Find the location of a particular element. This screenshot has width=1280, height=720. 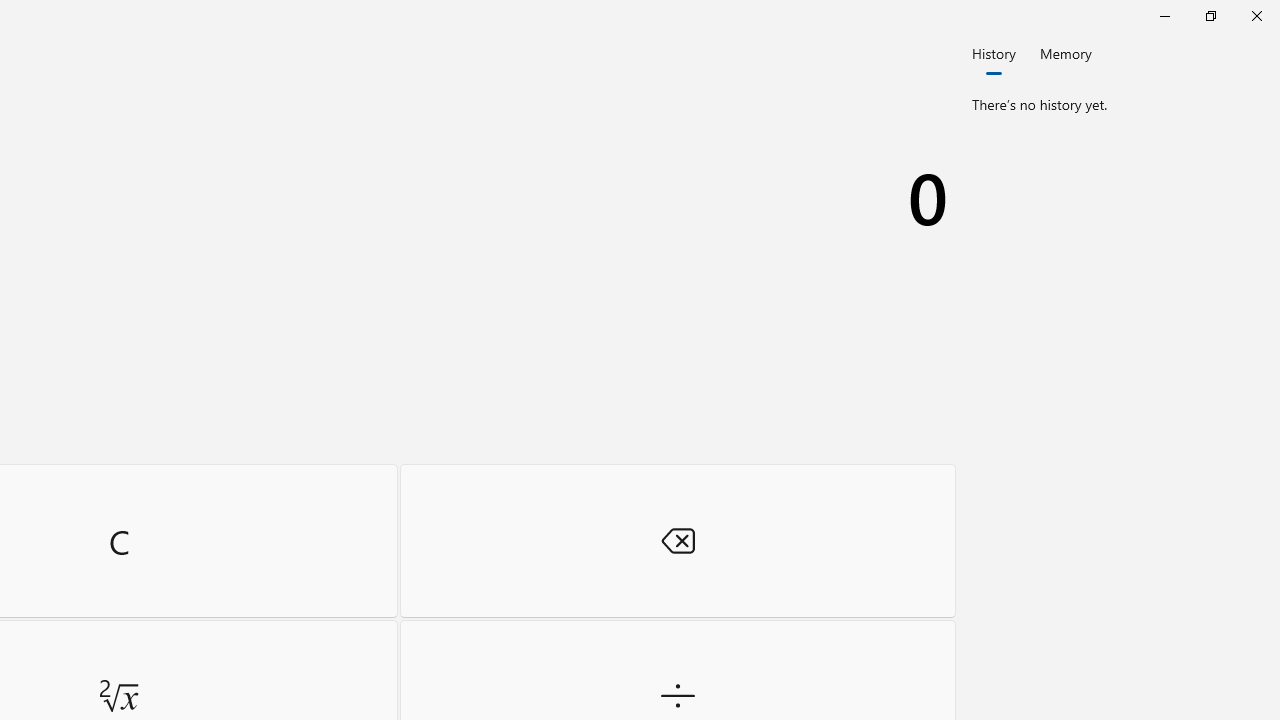

'Restore Calculator' is located at coordinates (1209, 15).